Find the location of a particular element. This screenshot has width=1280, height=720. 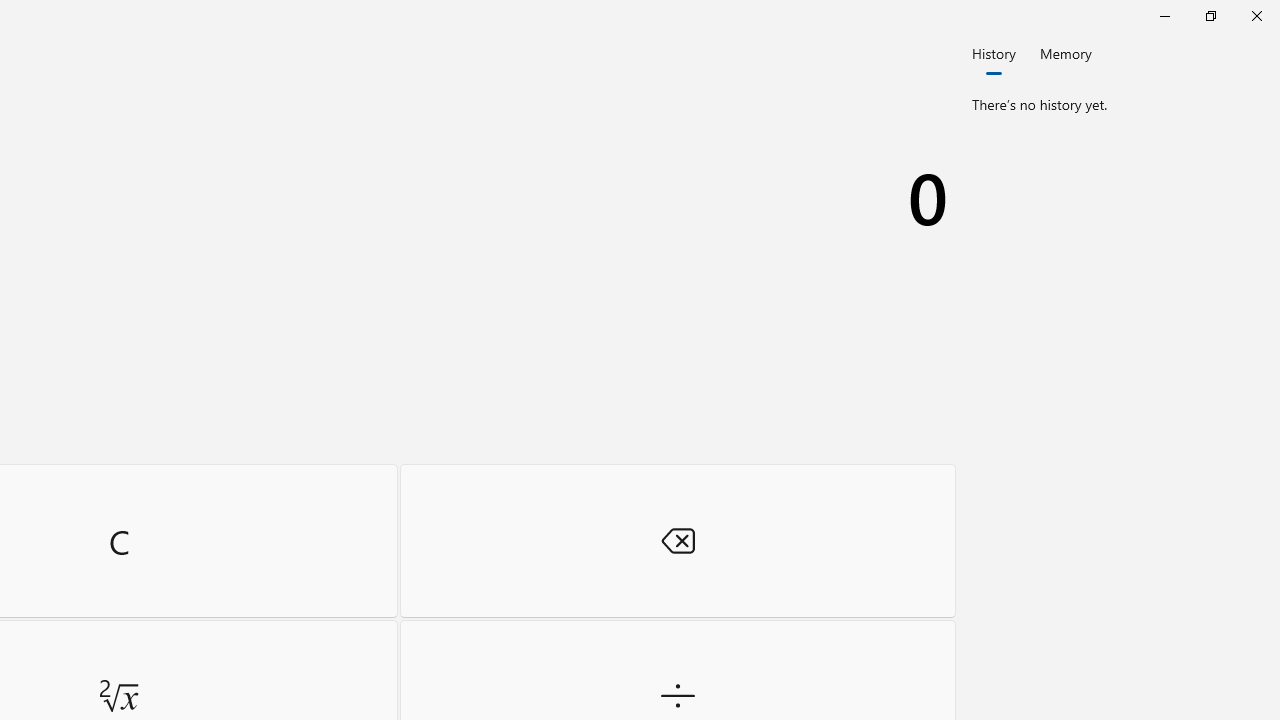

'Restore Calculator' is located at coordinates (1209, 15).